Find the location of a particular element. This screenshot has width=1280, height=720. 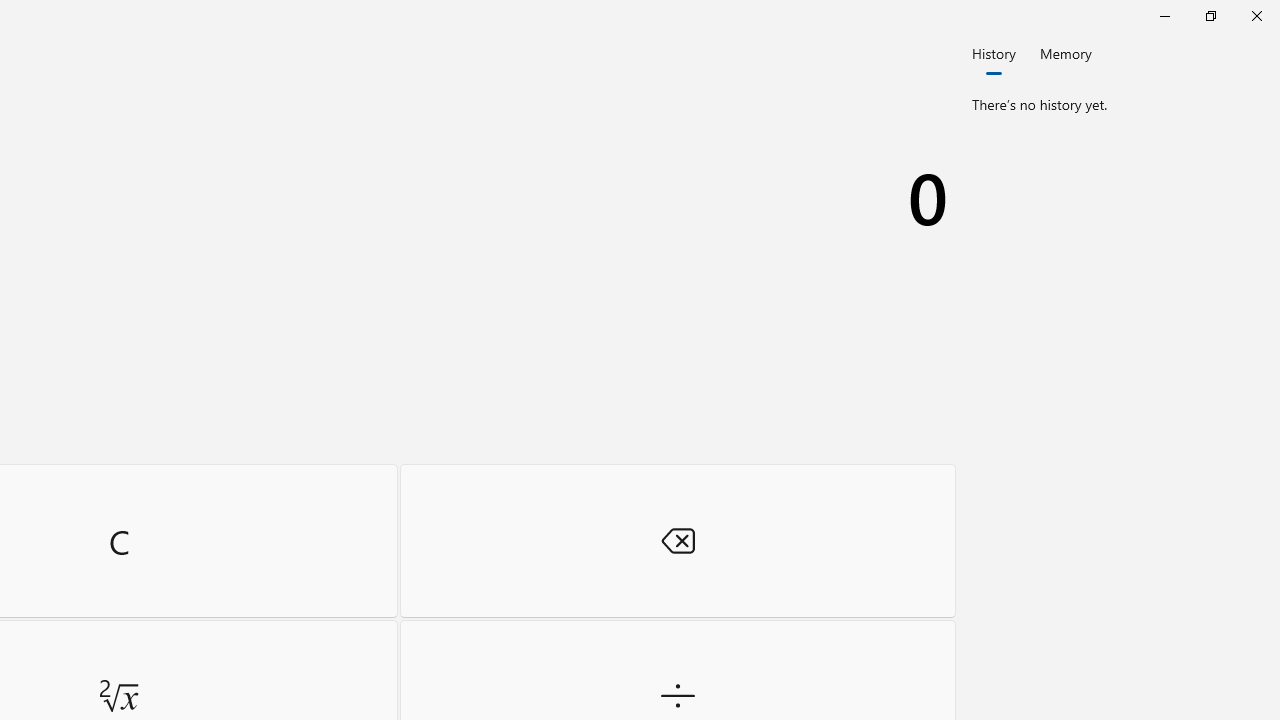

'Restore Calculator' is located at coordinates (1209, 15).